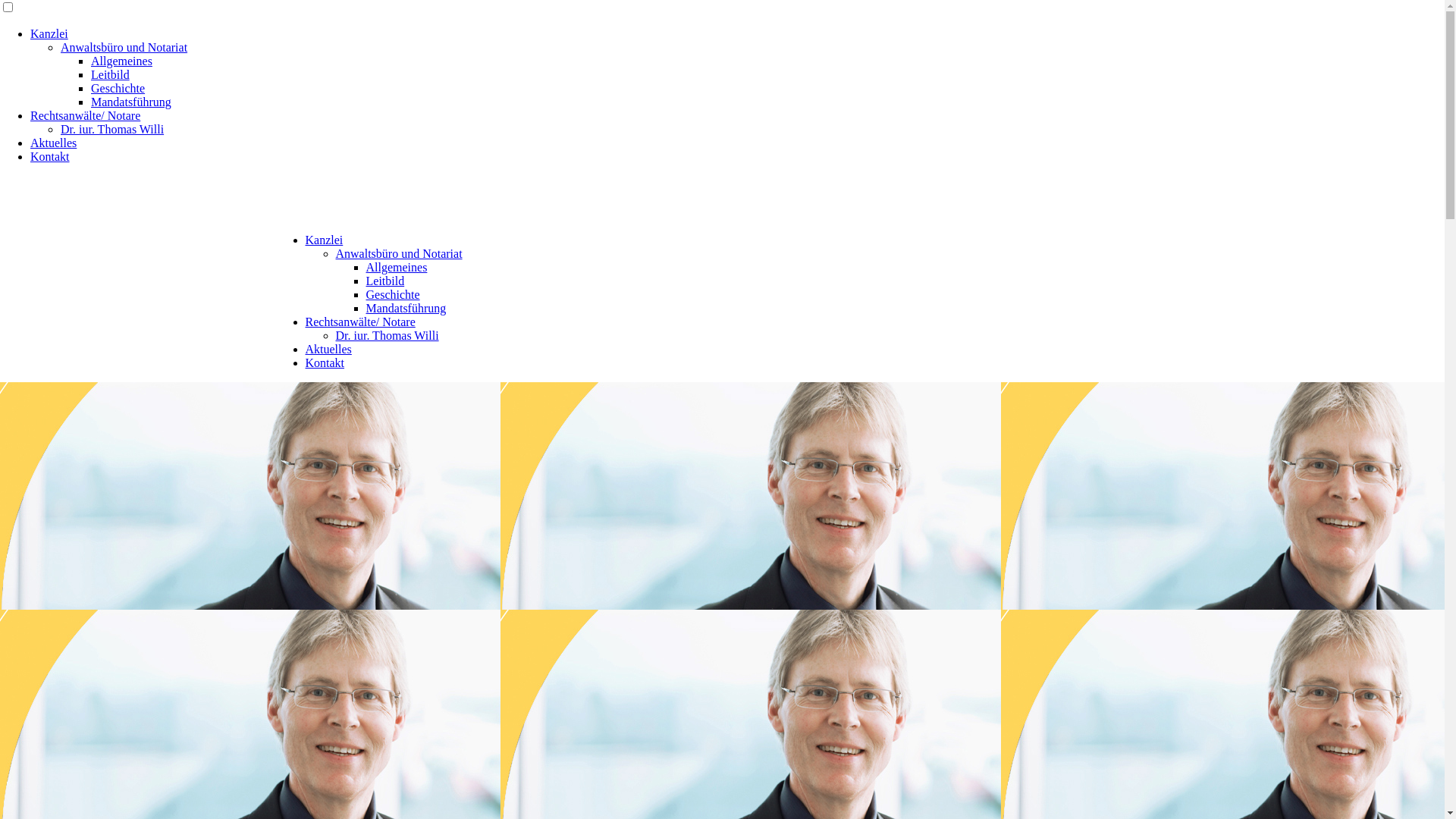 Image resolution: width=1456 pixels, height=819 pixels. I want to click on 'Leitbild', so click(384, 281).